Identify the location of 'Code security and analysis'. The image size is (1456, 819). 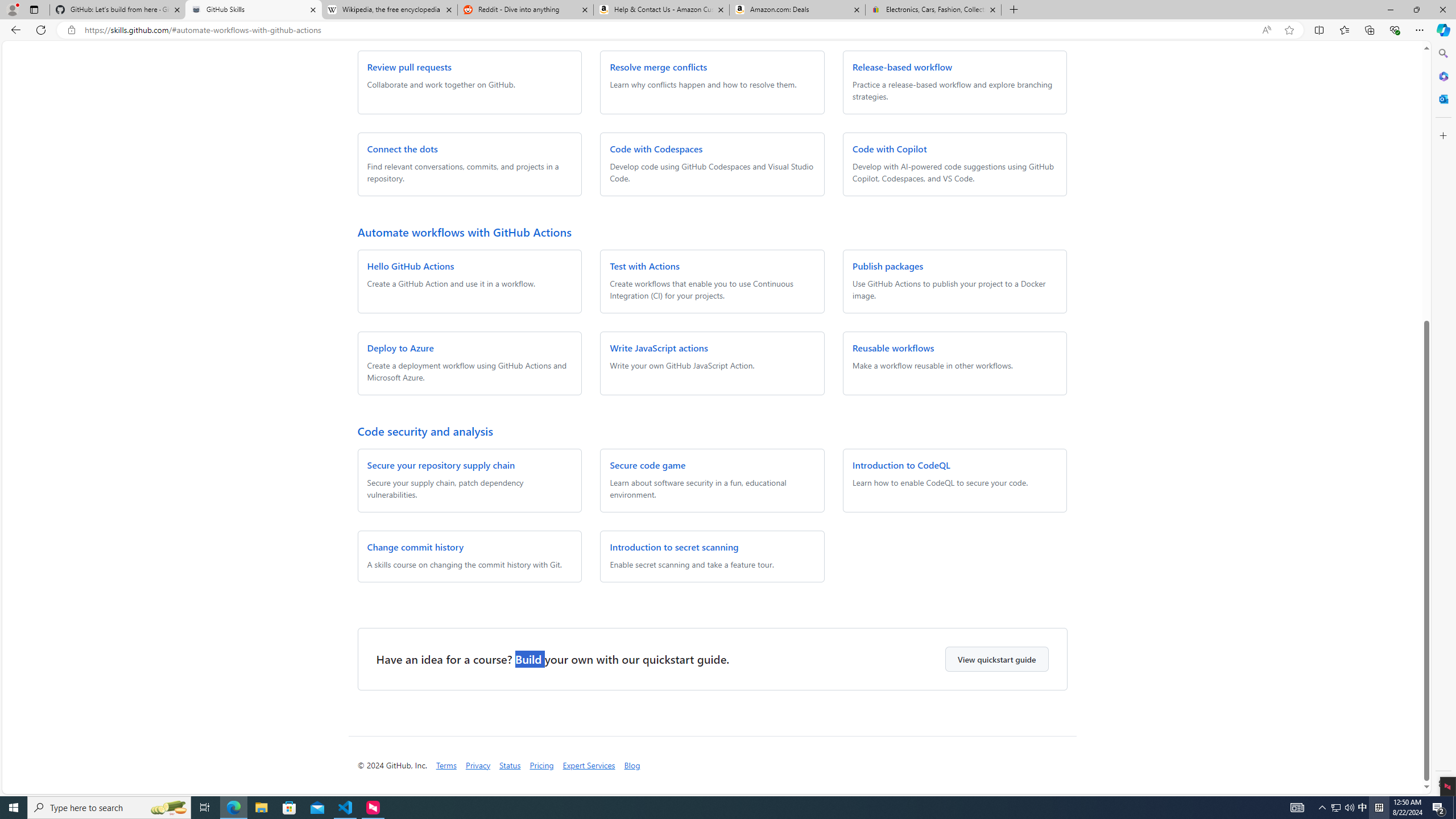
(424, 431).